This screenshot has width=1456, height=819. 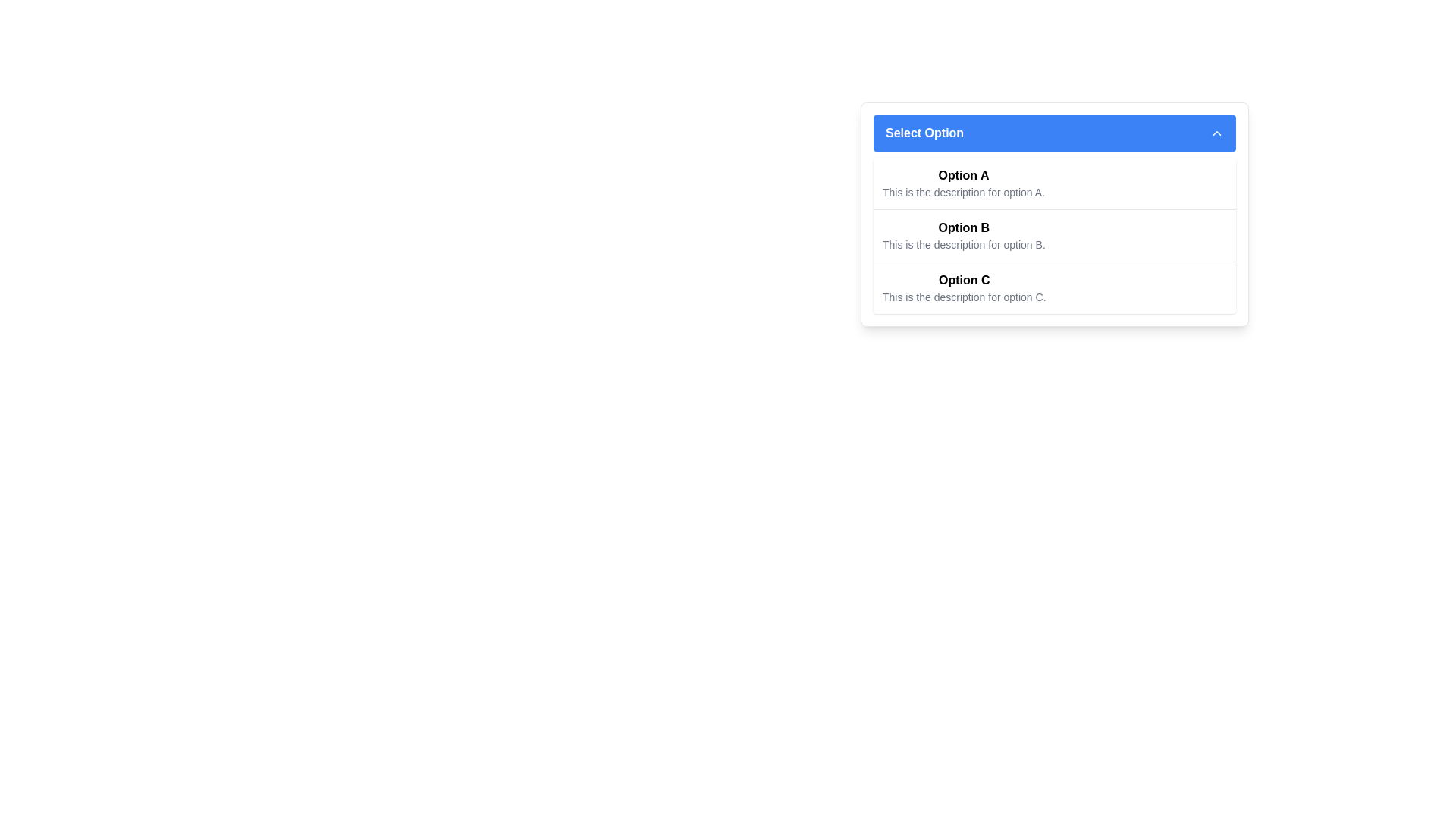 What do you see at coordinates (1054, 234) in the screenshot?
I see `the second entry in the vertically arranged list of options` at bounding box center [1054, 234].